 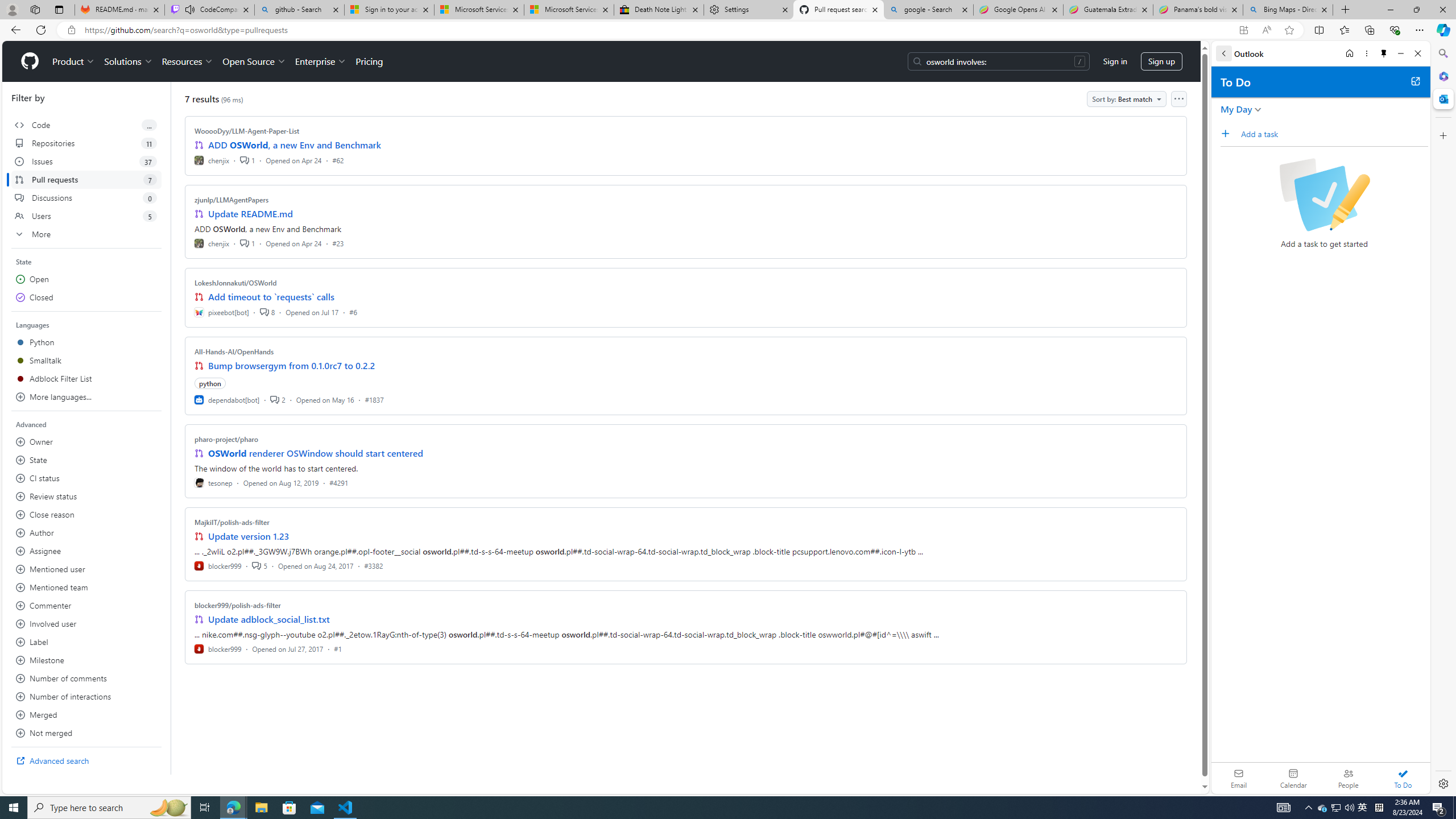 What do you see at coordinates (1238, 777) in the screenshot?
I see `'Email'` at bounding box center [1238, 777].